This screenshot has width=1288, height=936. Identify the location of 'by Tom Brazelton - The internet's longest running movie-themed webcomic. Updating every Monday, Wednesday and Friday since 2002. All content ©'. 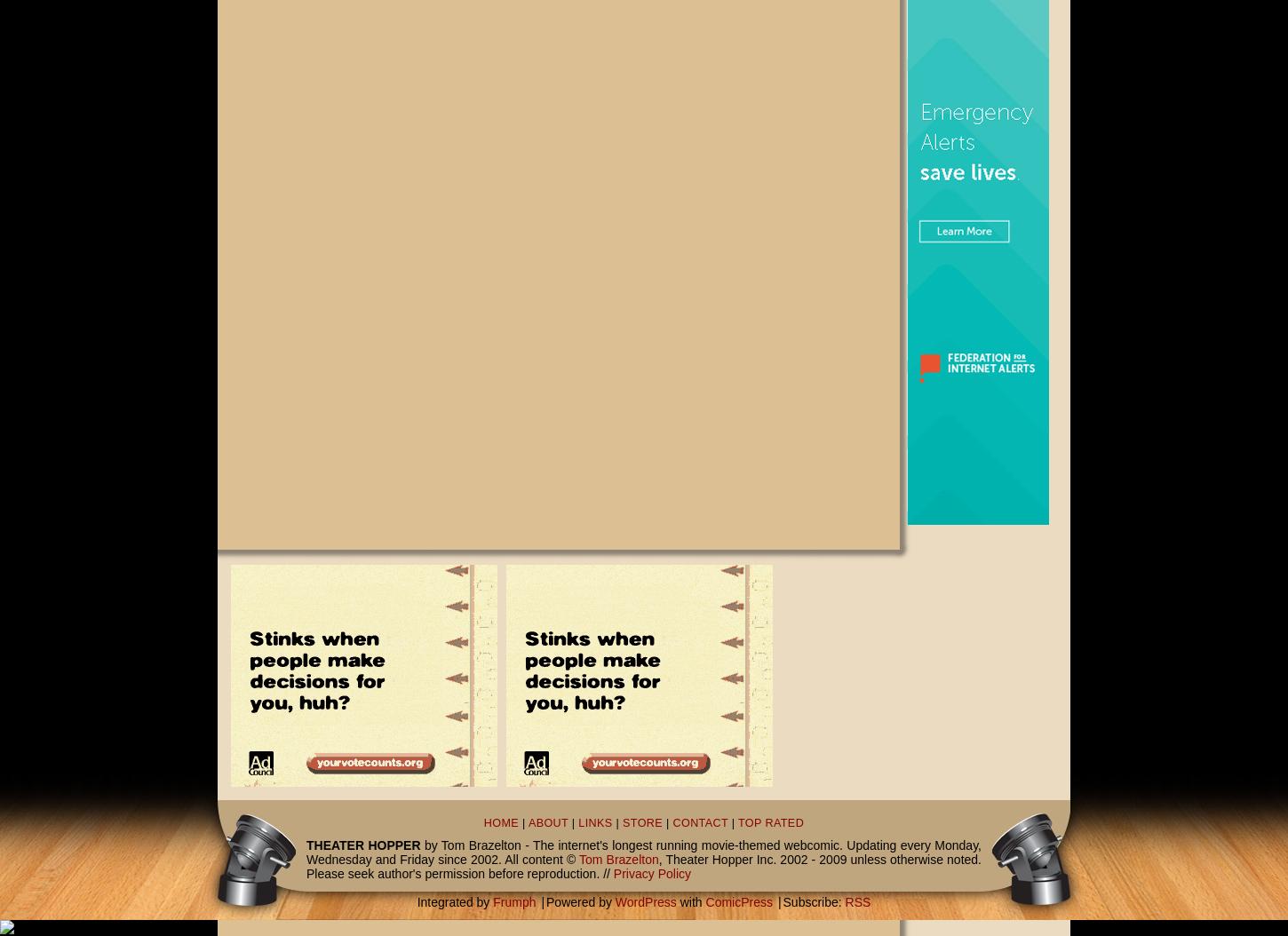
(644, 852).